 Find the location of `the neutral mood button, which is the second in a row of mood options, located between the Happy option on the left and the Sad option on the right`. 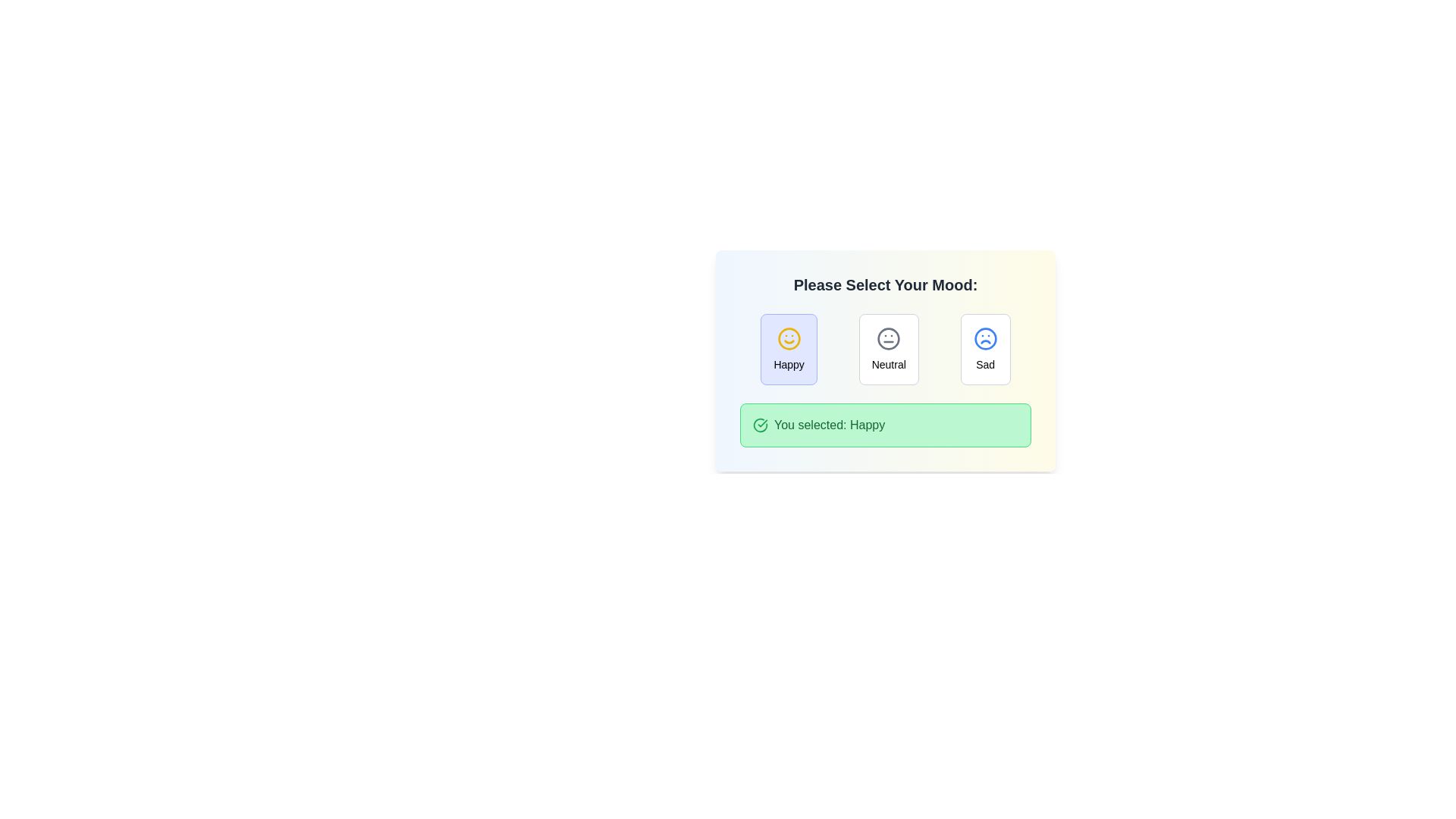

the neutral mood button, which is the second in a row of mood options, located between the Happy option on the left and the Sad option on the right is located at coordinates (889, 350).